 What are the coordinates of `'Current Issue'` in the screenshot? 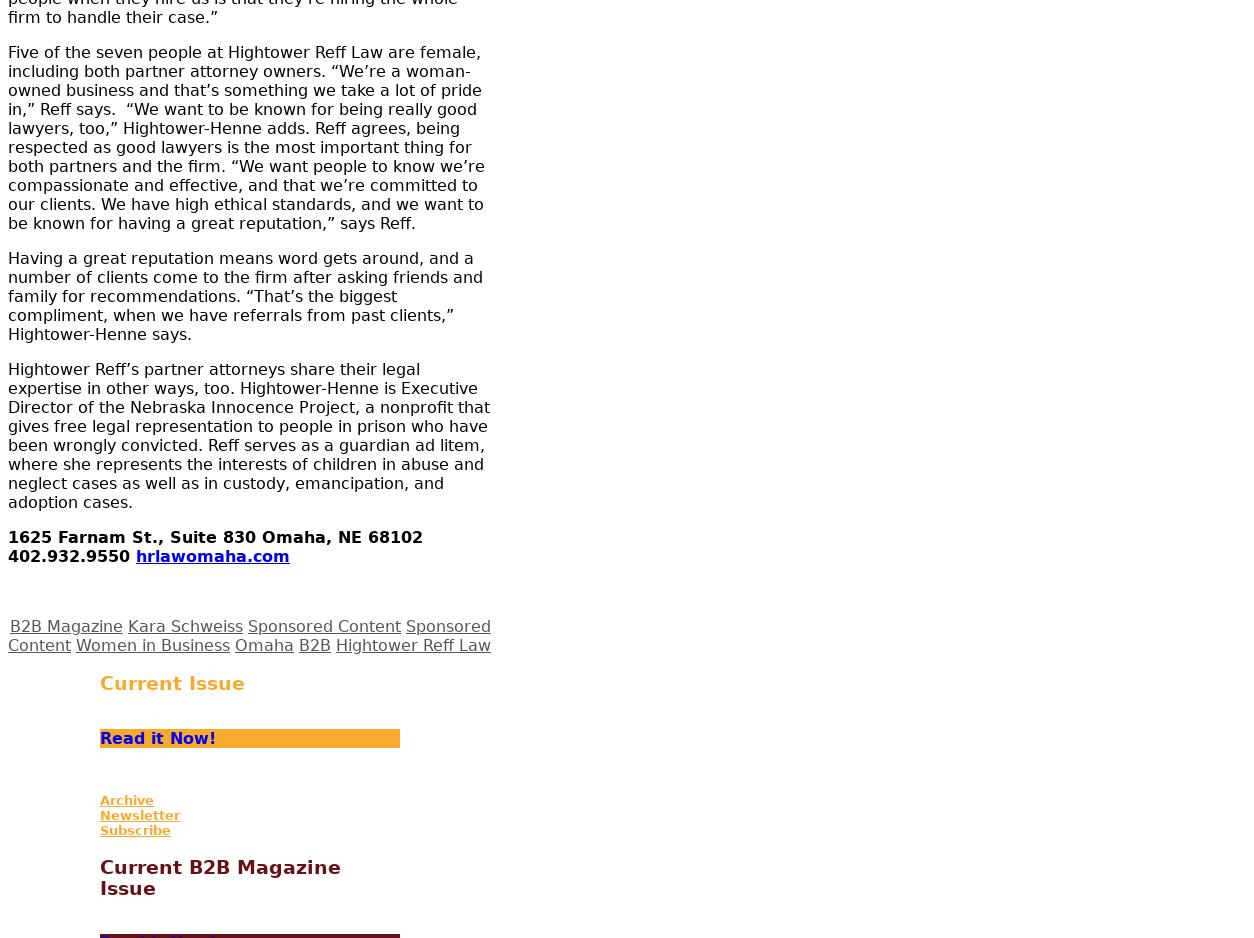 It's located at (171, 683).